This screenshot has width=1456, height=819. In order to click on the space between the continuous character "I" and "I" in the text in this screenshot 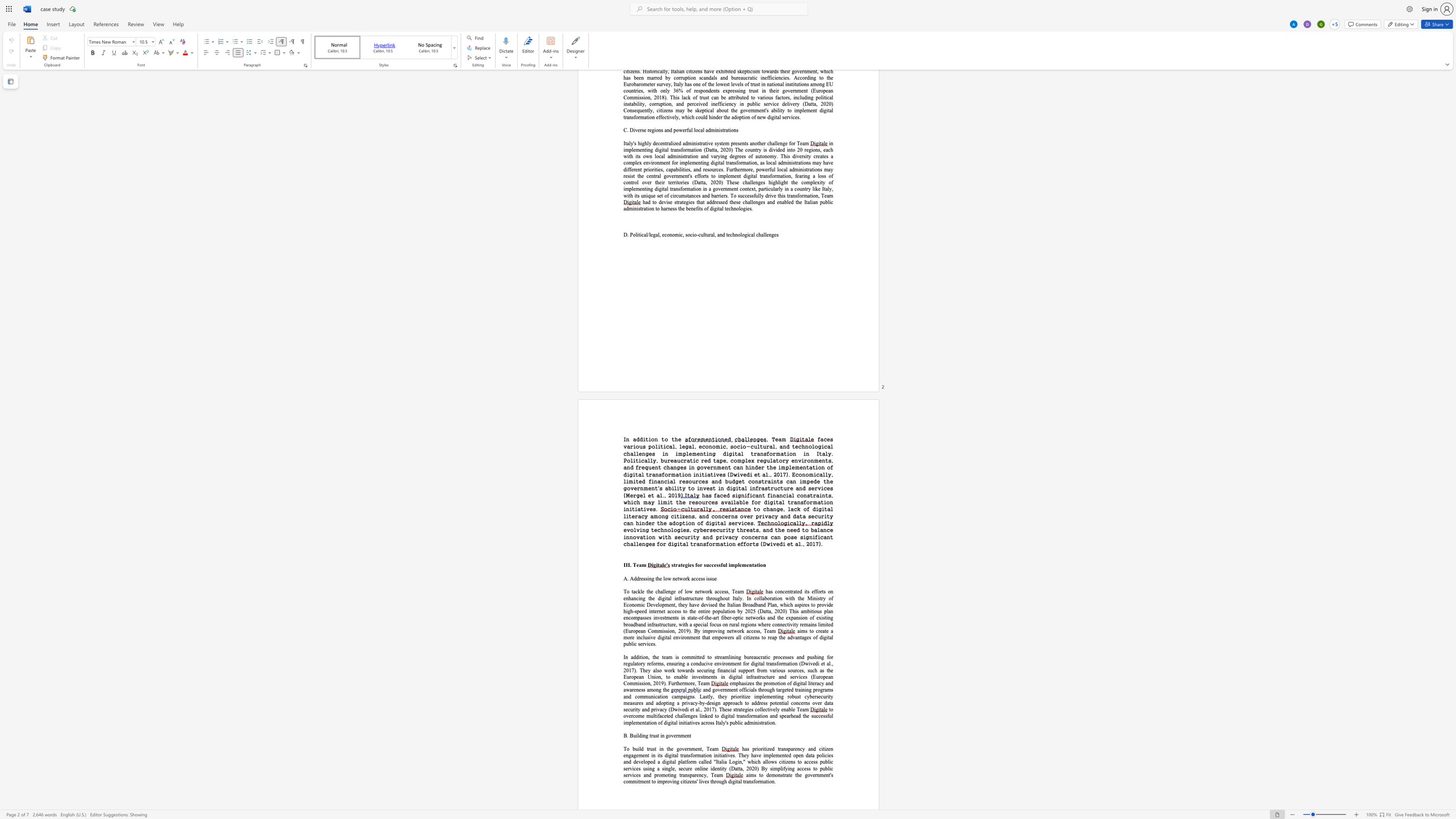, I will do `click(626, 564)`.